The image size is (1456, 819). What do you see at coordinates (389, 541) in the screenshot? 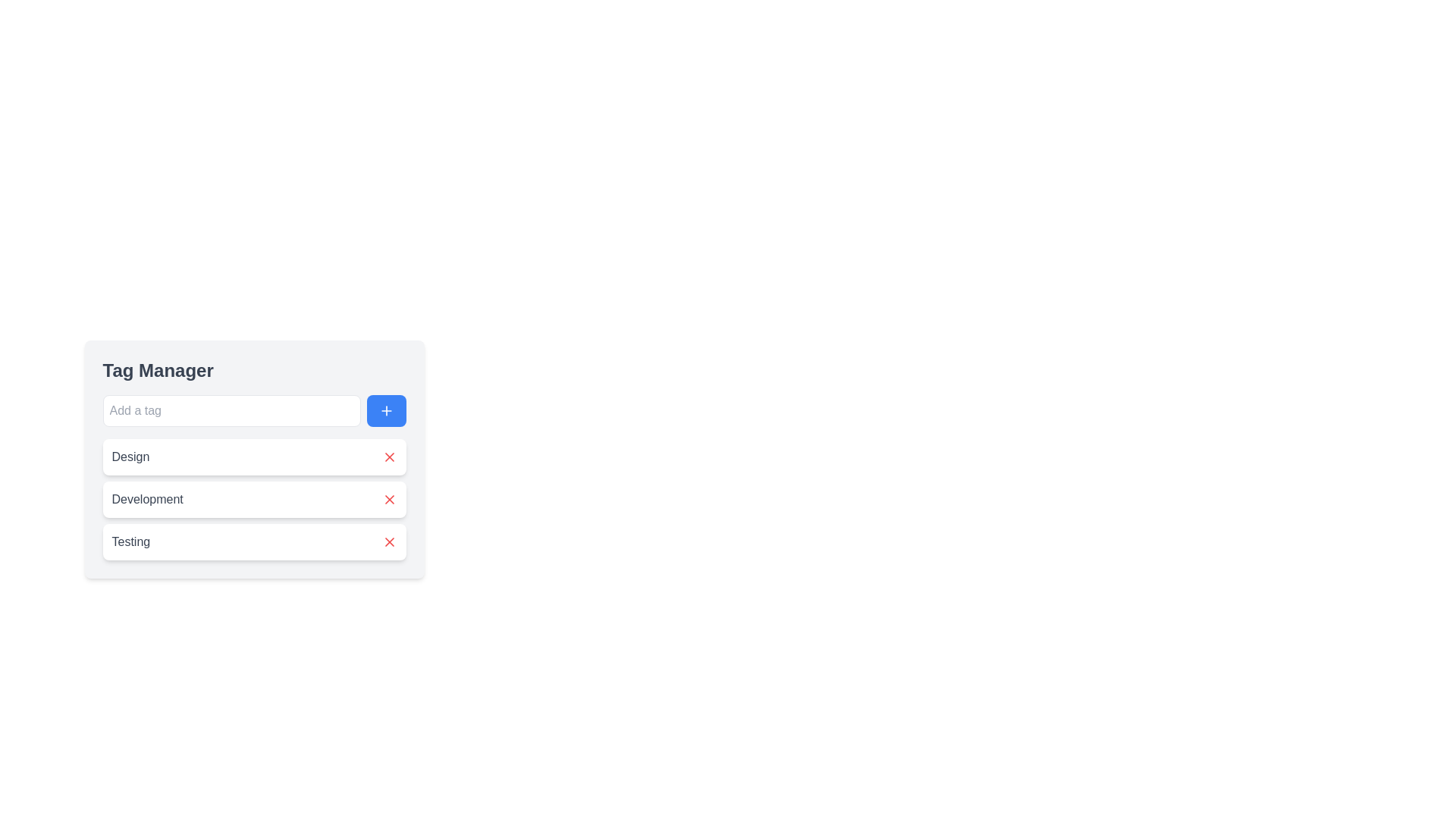
I see `the interactive delete button located at the bottom of the 'Testing' row in the 'Tag Manager' card layout to observe hover effects` at bounding box center [389, 541].